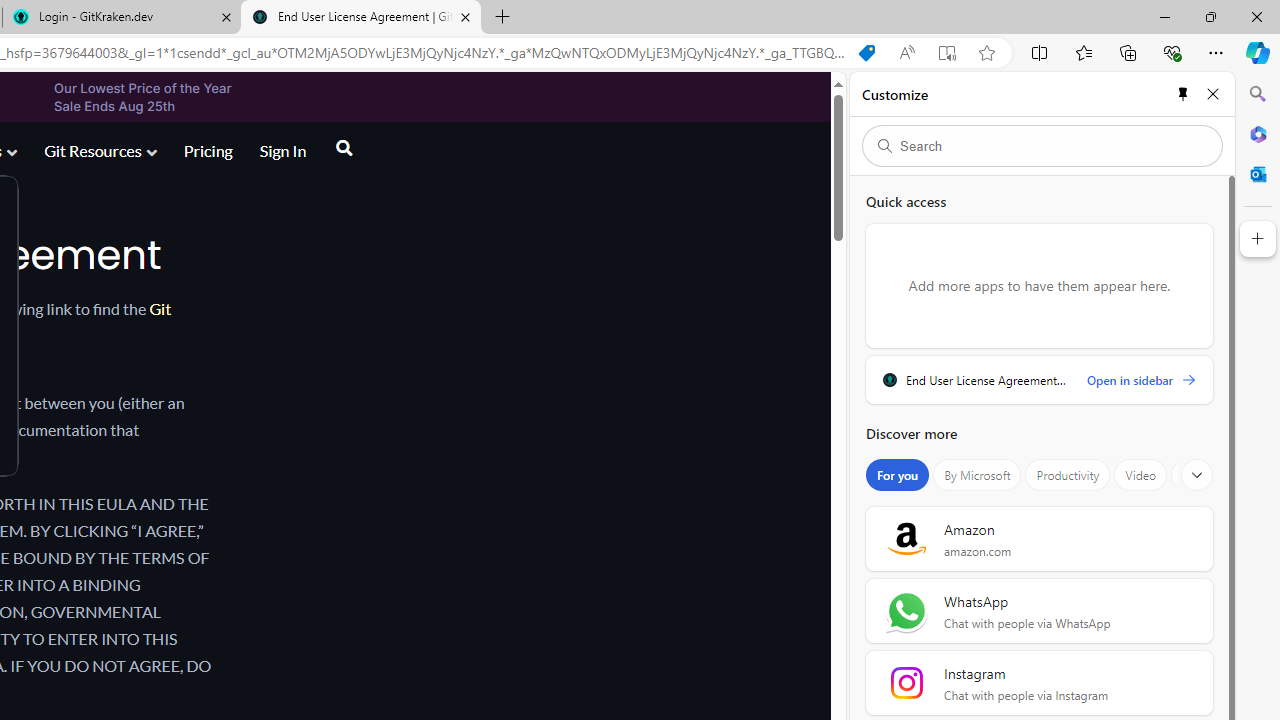  Describe the element at coordinates (281, 149) in the screenshot. I see `'Sign In'` at that location.